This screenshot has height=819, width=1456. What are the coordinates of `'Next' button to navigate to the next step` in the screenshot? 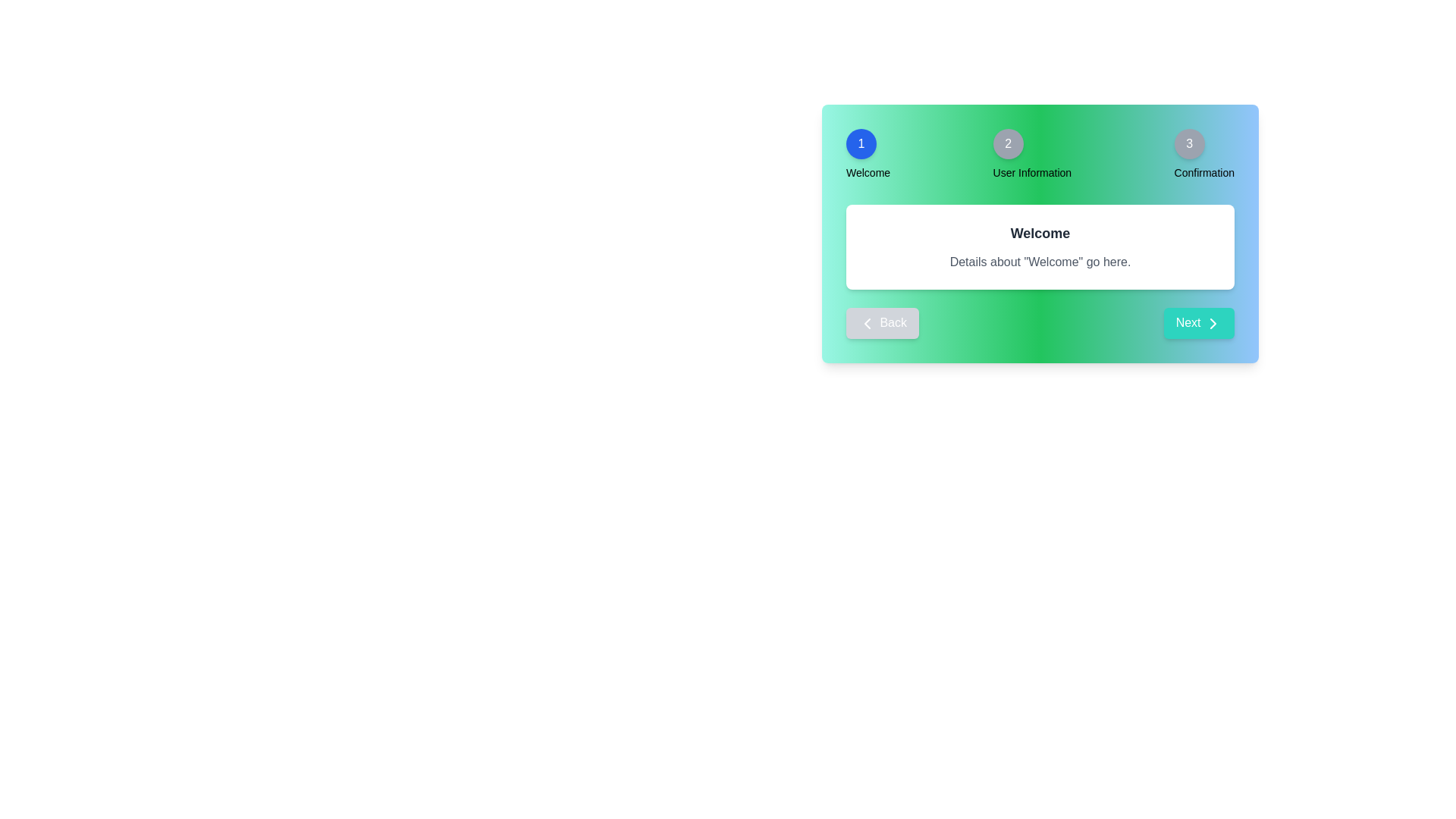 It's located at (1197, 322).